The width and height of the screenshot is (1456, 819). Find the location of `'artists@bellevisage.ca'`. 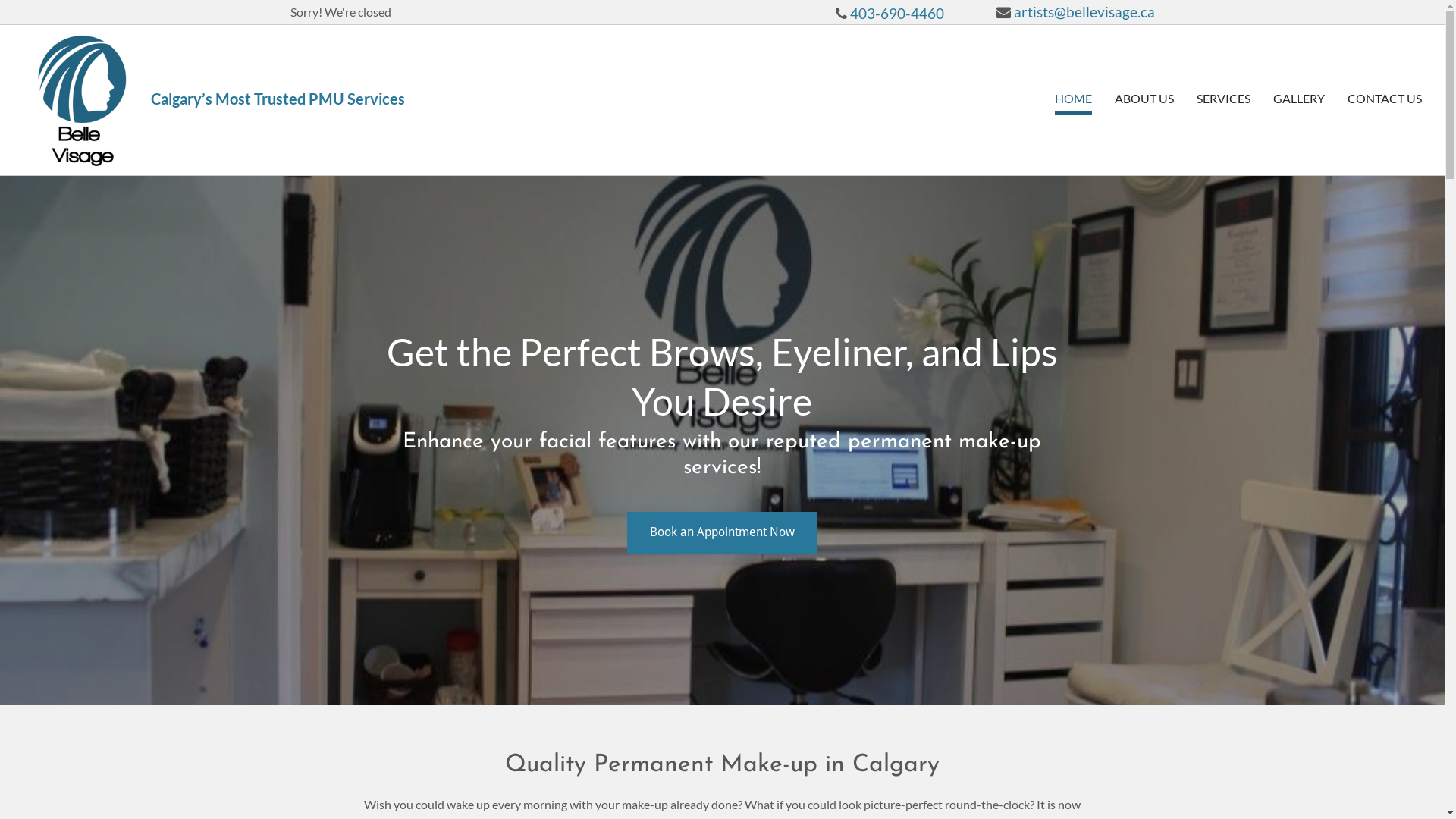

'artists@bellevisage.ca' is located at coordinates (1083, 11).